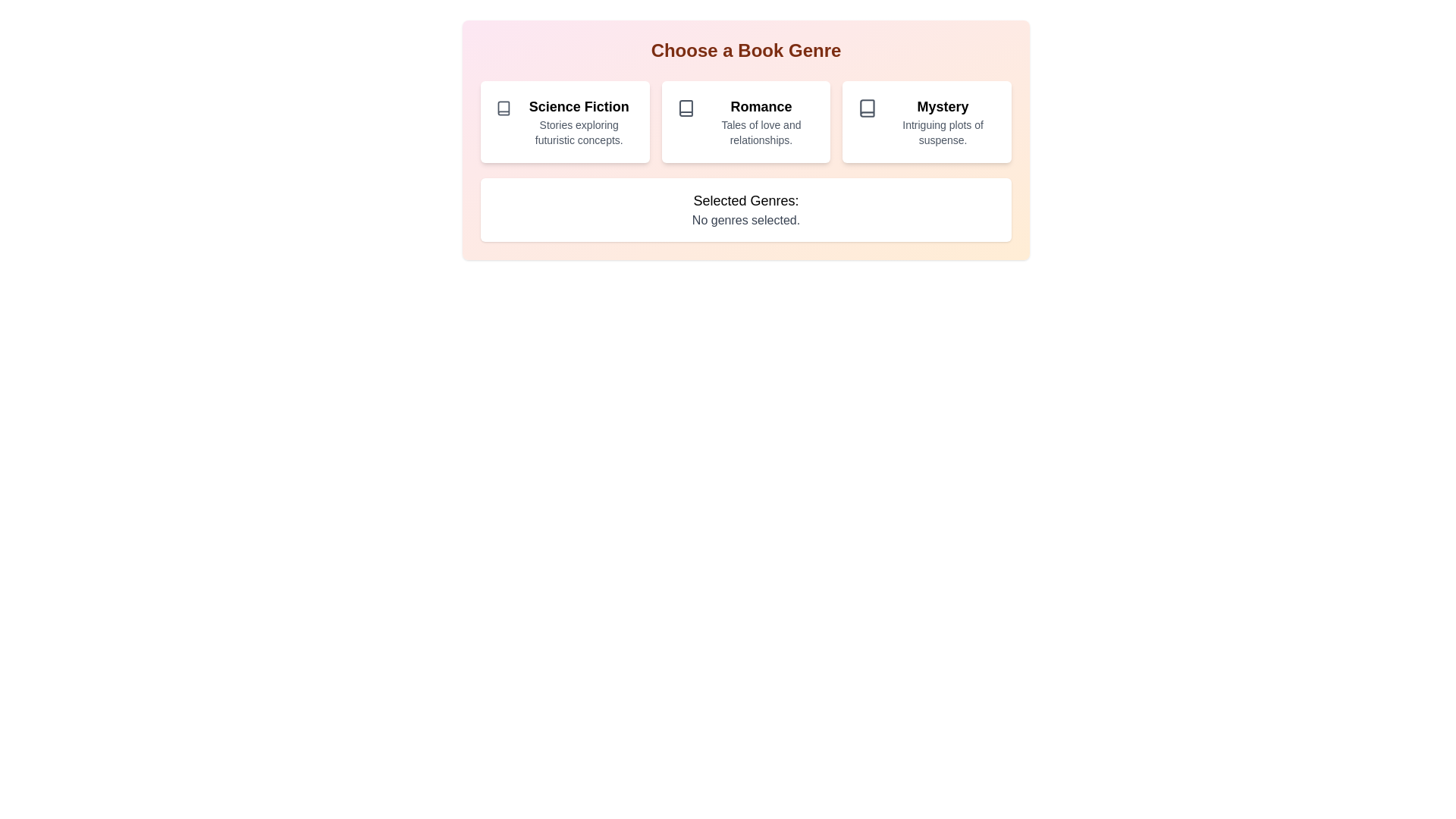 This screenshot has width=1456, height=819. I want to click on the label displaying 'No genres selected.' which is styled in gray font and is located below the 'Selected Genres:' heading, so click(745, 220).